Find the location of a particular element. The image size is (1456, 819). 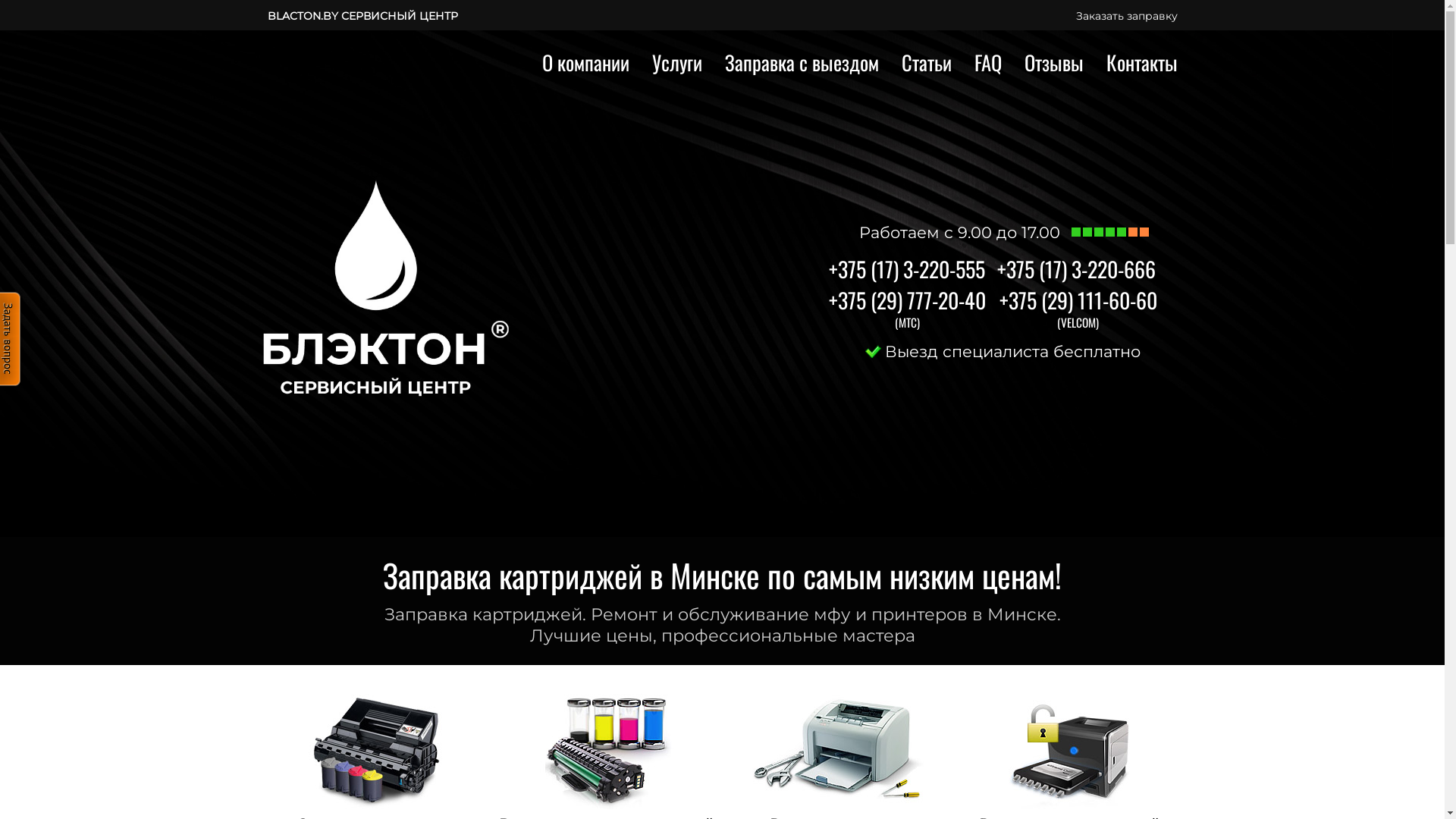

'FAQ' is located at coordinates (987, 61).